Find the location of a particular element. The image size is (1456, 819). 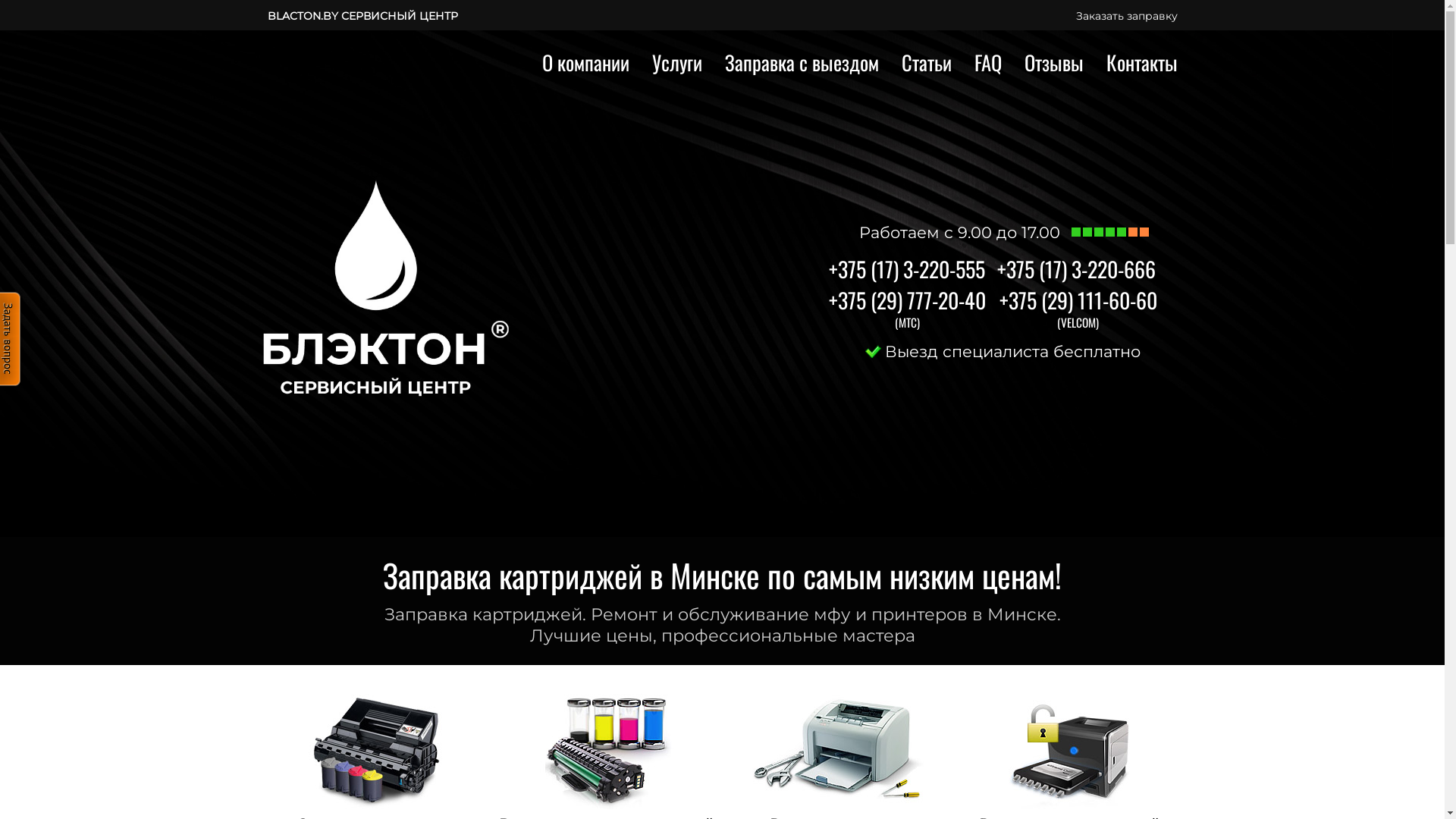

'FAQ' is located at coordinates (987, 61).